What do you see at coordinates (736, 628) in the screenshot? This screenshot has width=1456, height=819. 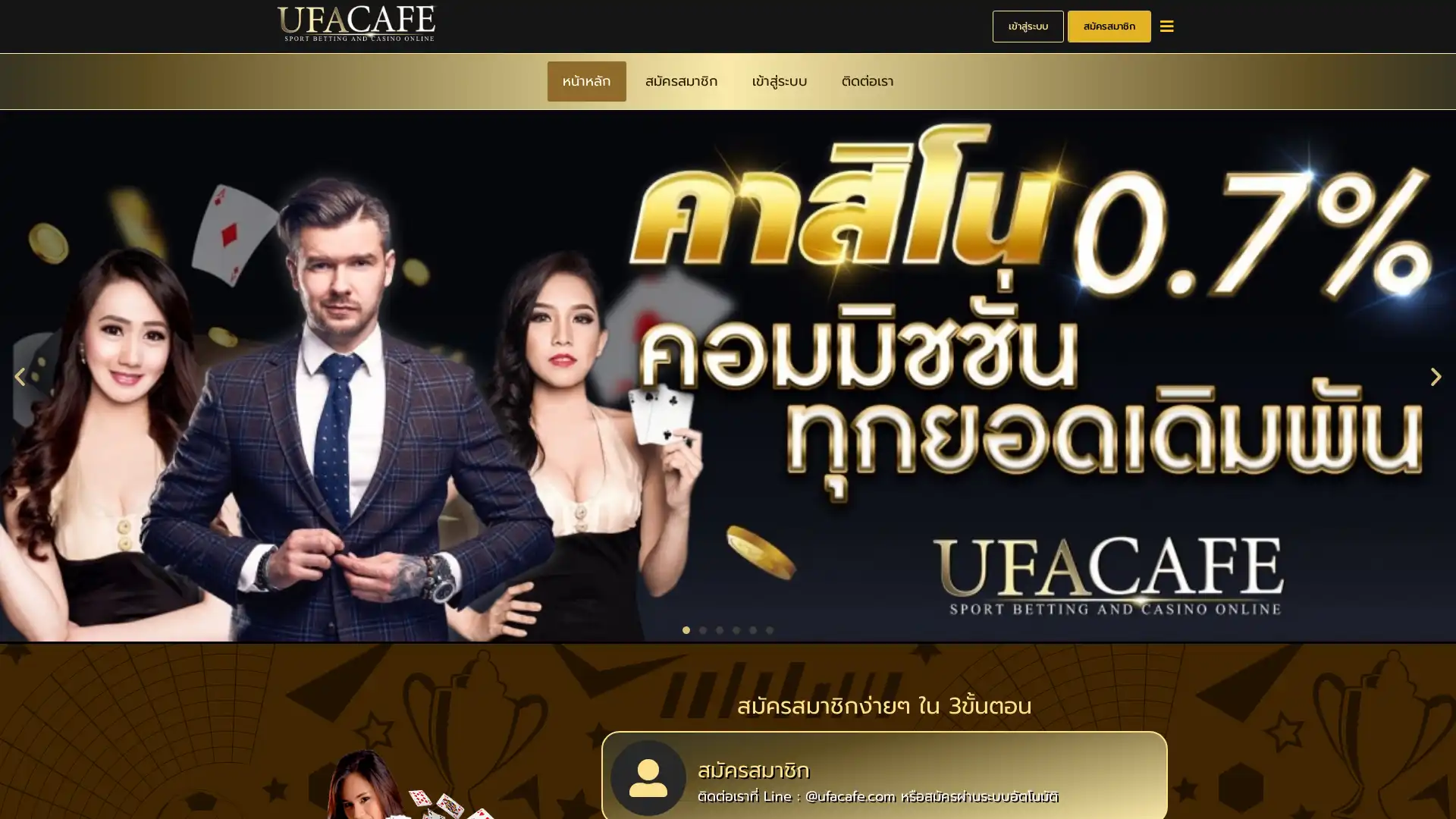 I see `Go to slide 4` at bounding box center [736, 628].